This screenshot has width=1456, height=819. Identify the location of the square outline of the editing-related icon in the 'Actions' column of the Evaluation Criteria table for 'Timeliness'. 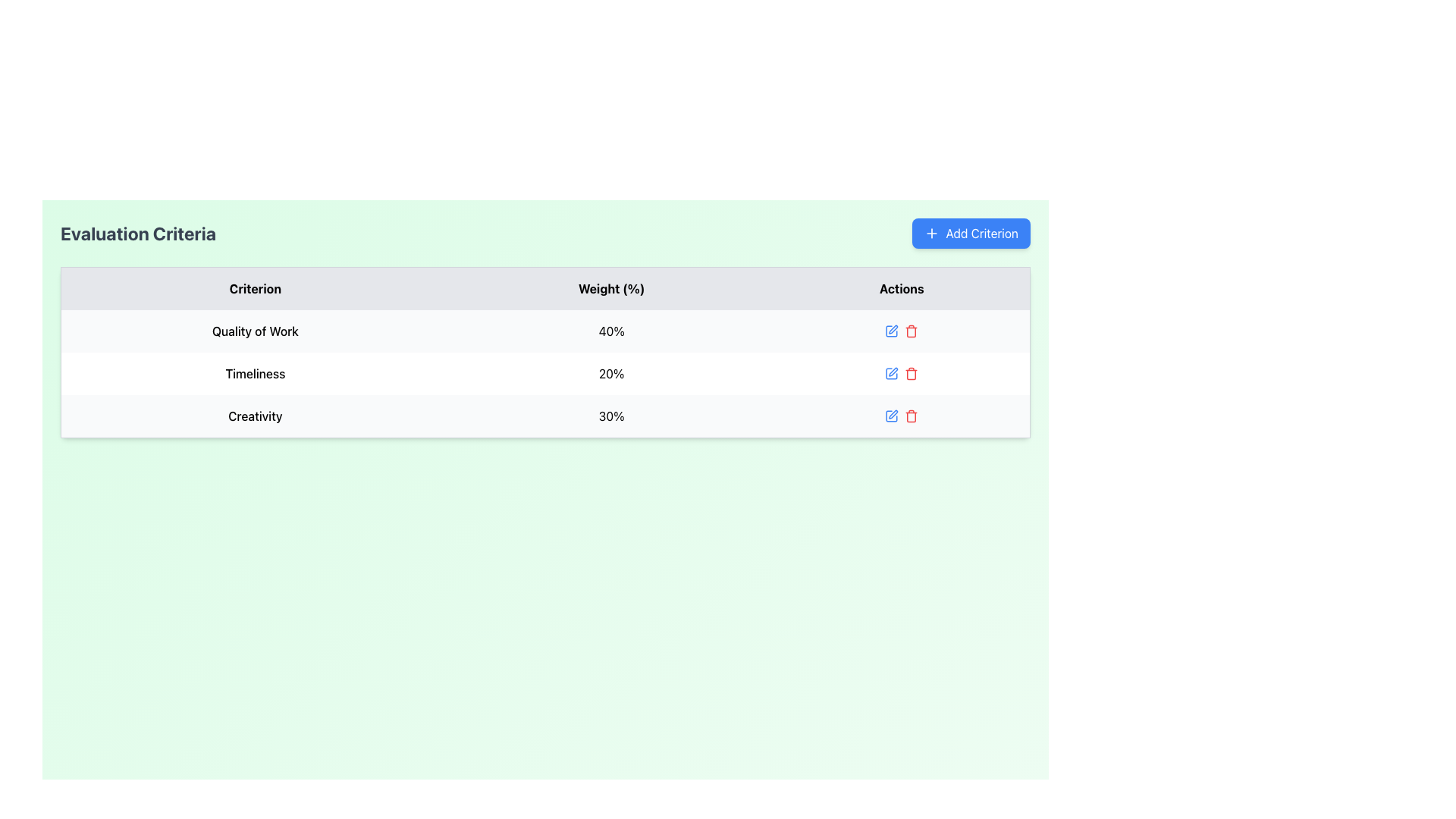
(892, 374).